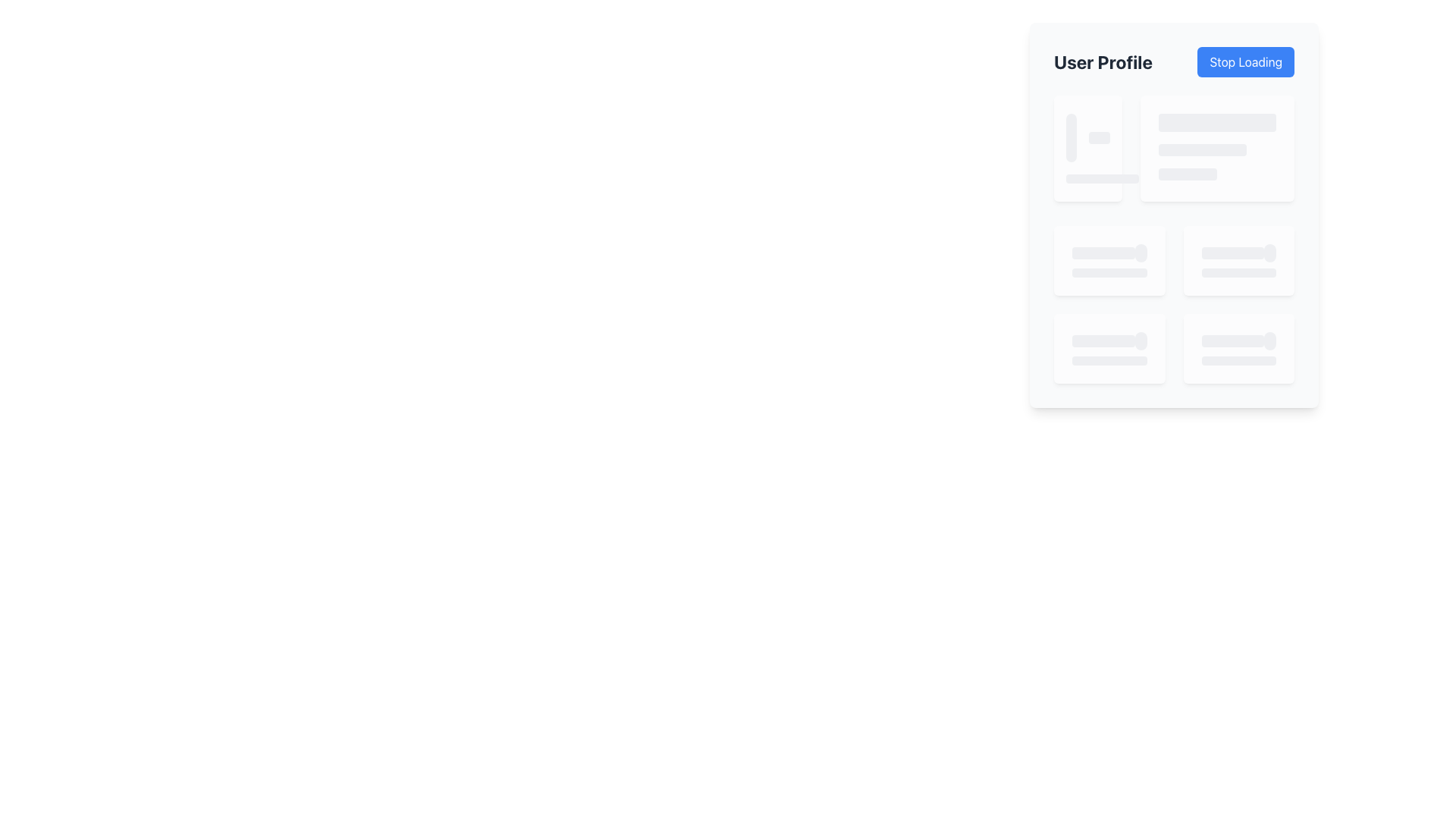  What do you see at coordinates (1144, 341) in the screenshot?
I see `the slider value` at bounding box center [1144, 341].